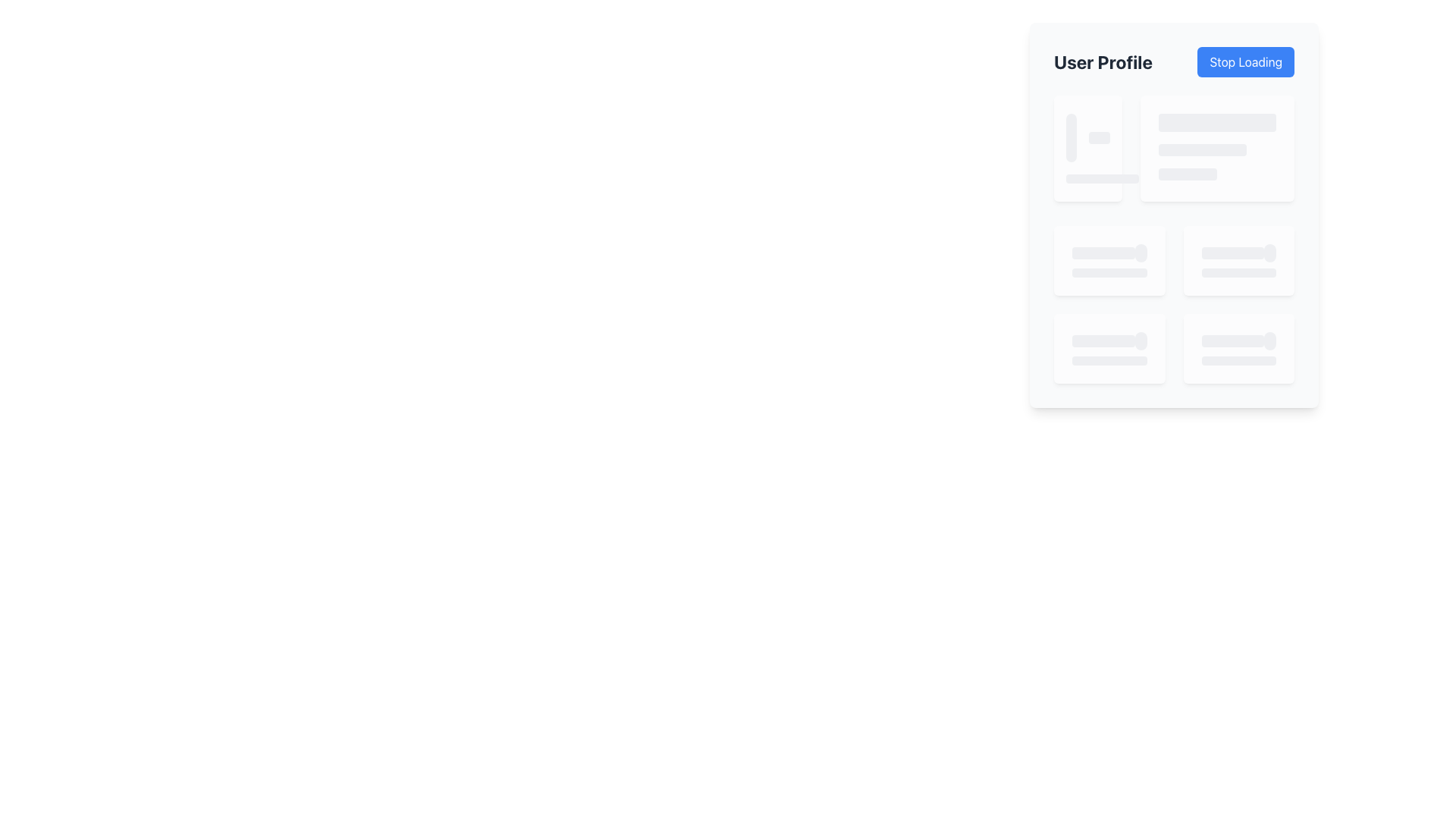  What do you see at coordinates (1144, 341) in the screenshot?
I see `the slider value` at bounding box center [1144, 341].